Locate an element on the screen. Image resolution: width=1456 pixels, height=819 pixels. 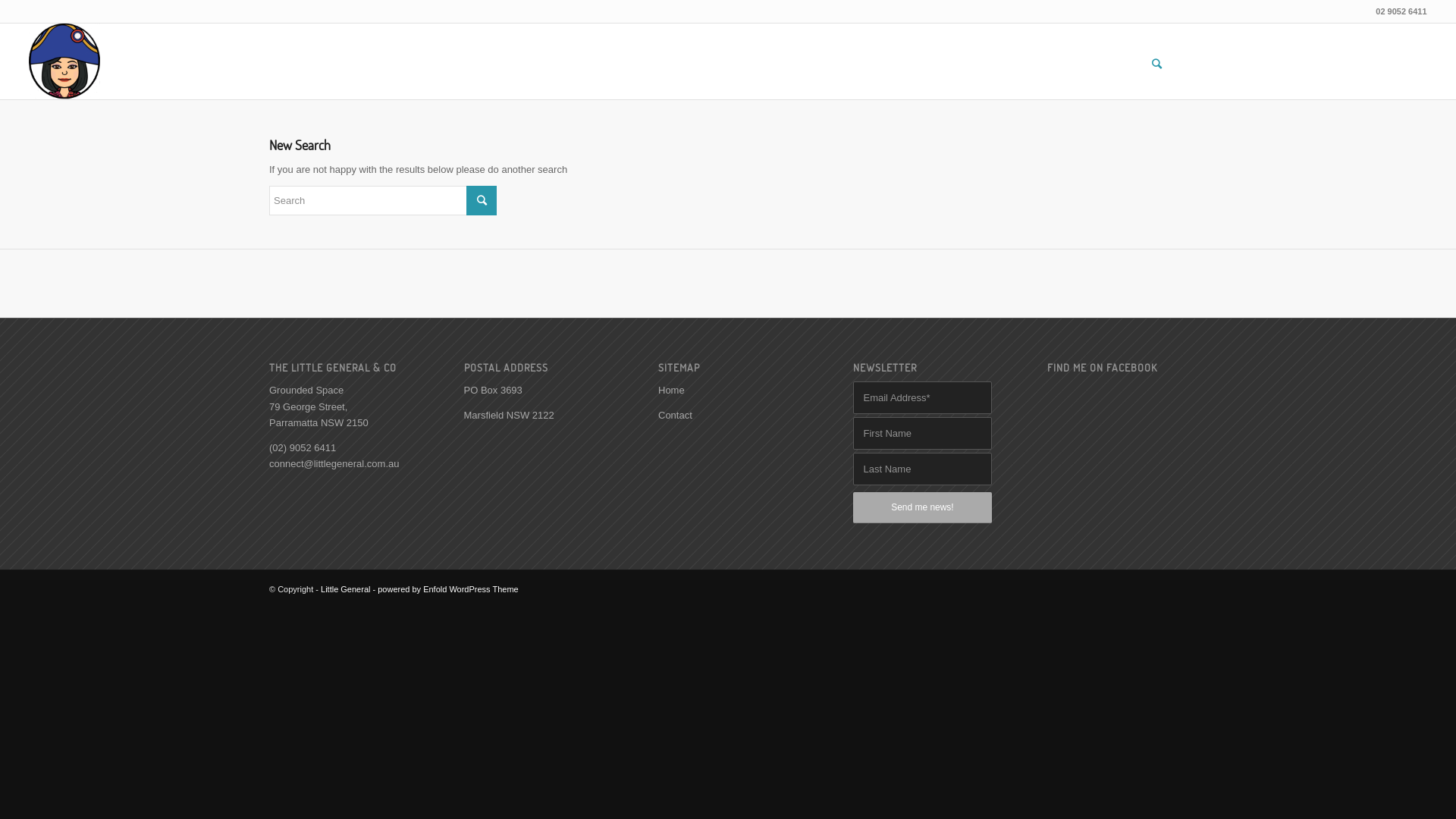
'Contact' is located at coordinates (1364, 37).